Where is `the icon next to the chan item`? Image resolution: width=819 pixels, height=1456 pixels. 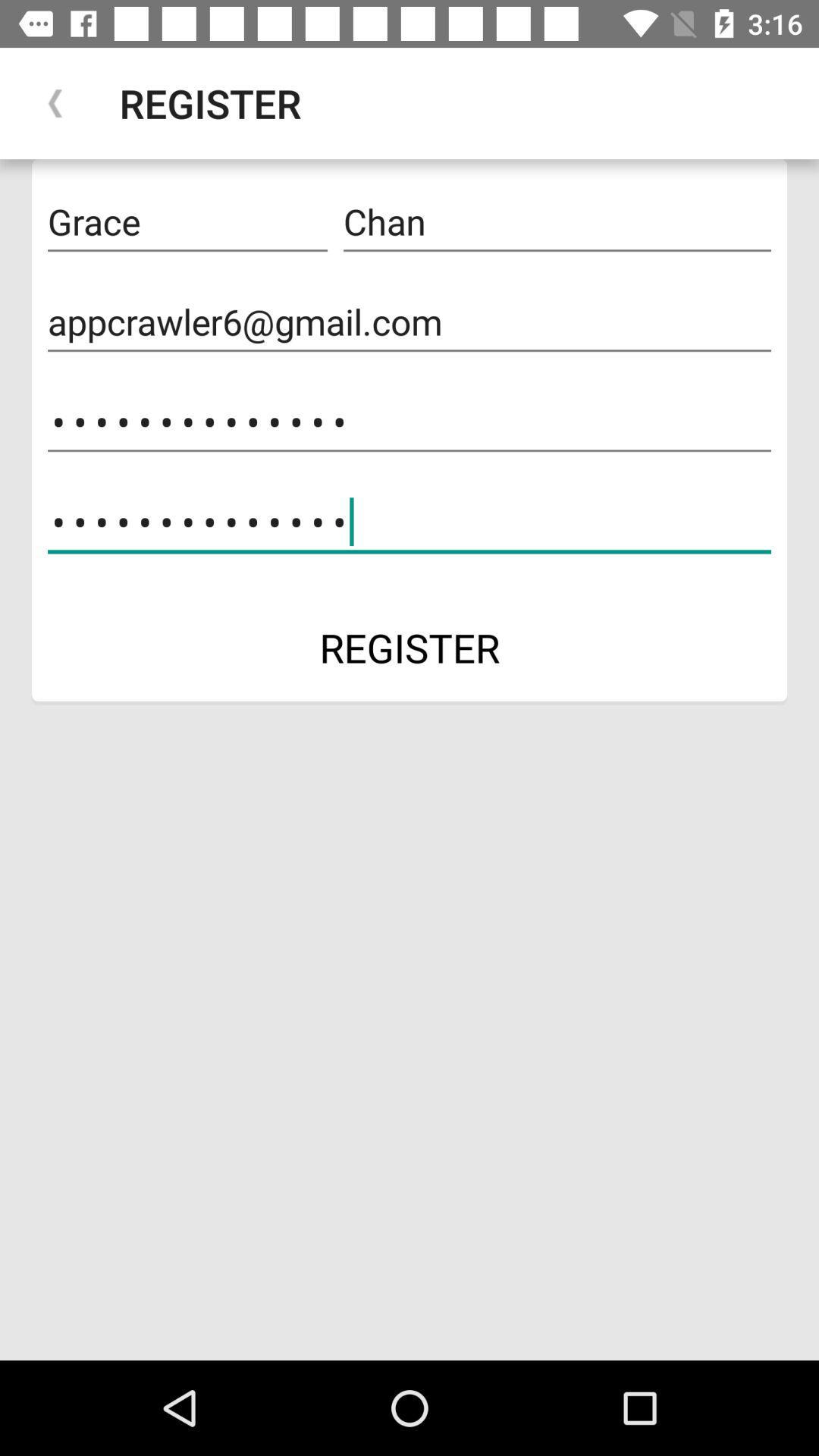
the icon next to the chan item is located at coordinates (187, 221).